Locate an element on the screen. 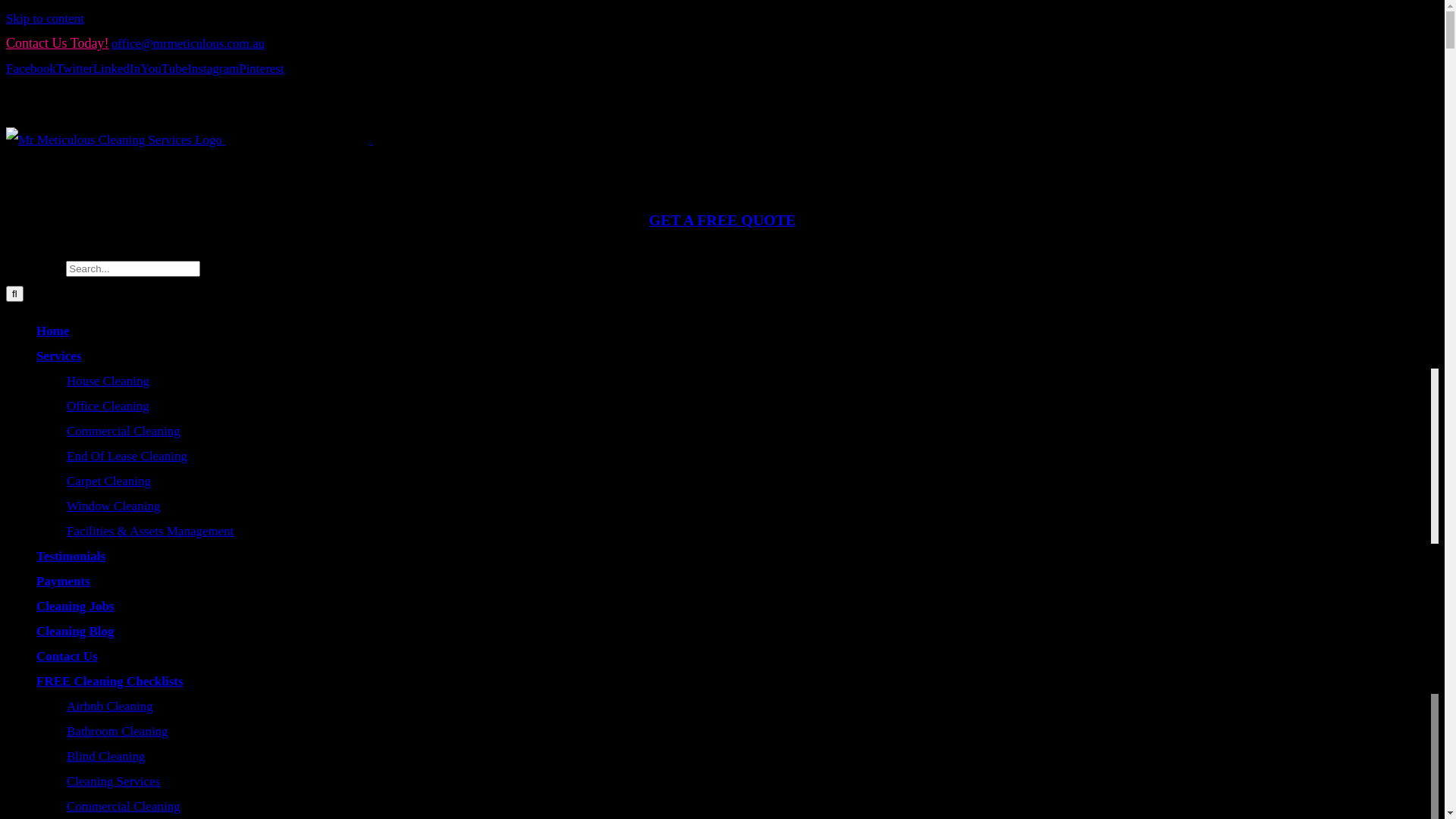 This screenshot has width=1456, height=819. 'Twitter' is located at coordinates (74, 68).